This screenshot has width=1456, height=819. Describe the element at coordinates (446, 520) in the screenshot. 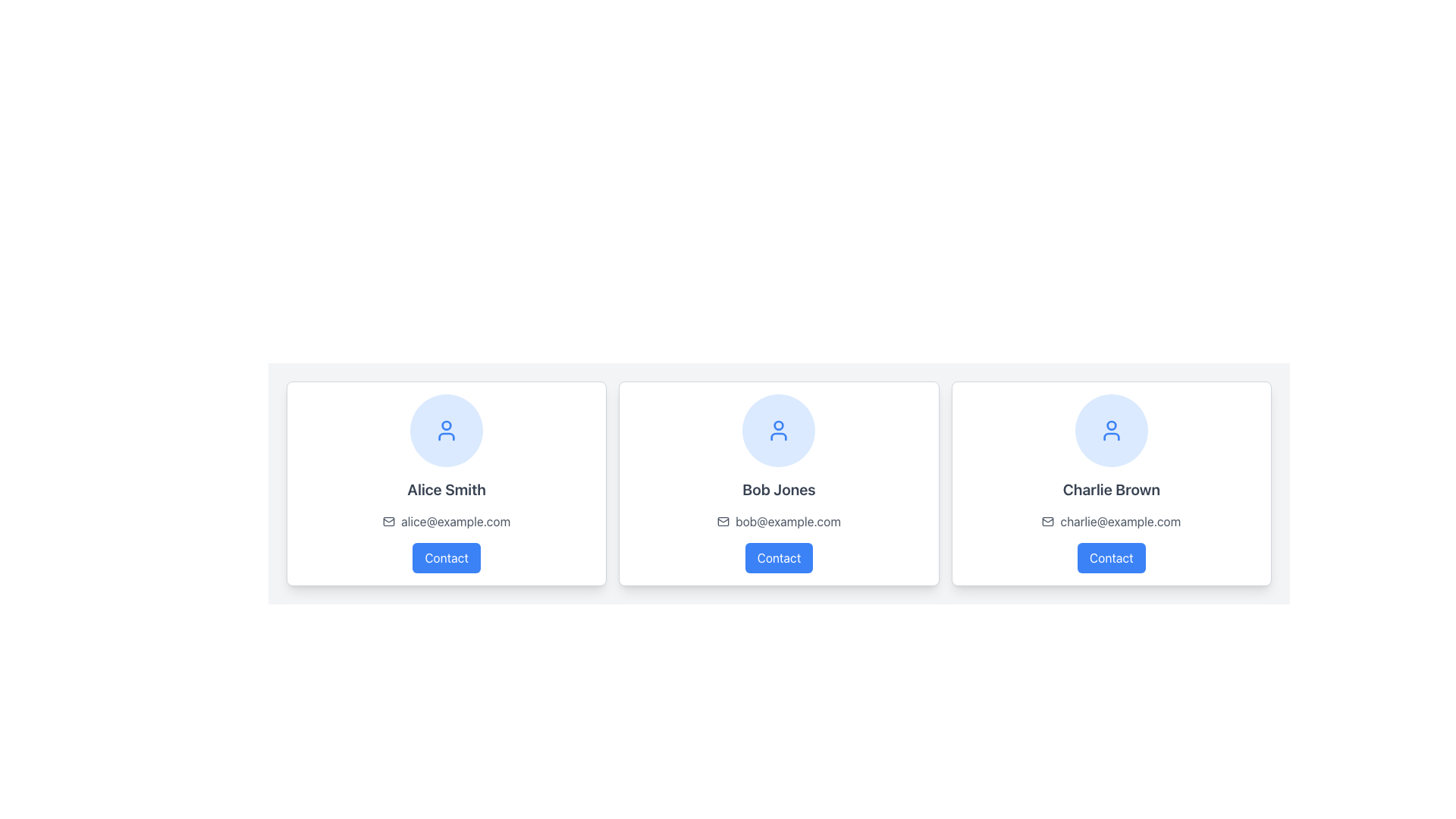

I see `content 'alice@example.com' from the static Text Label displaying the user's email address, located below the name 'Alice Smith' and above the 'Contact' button in the card layout` at that location.